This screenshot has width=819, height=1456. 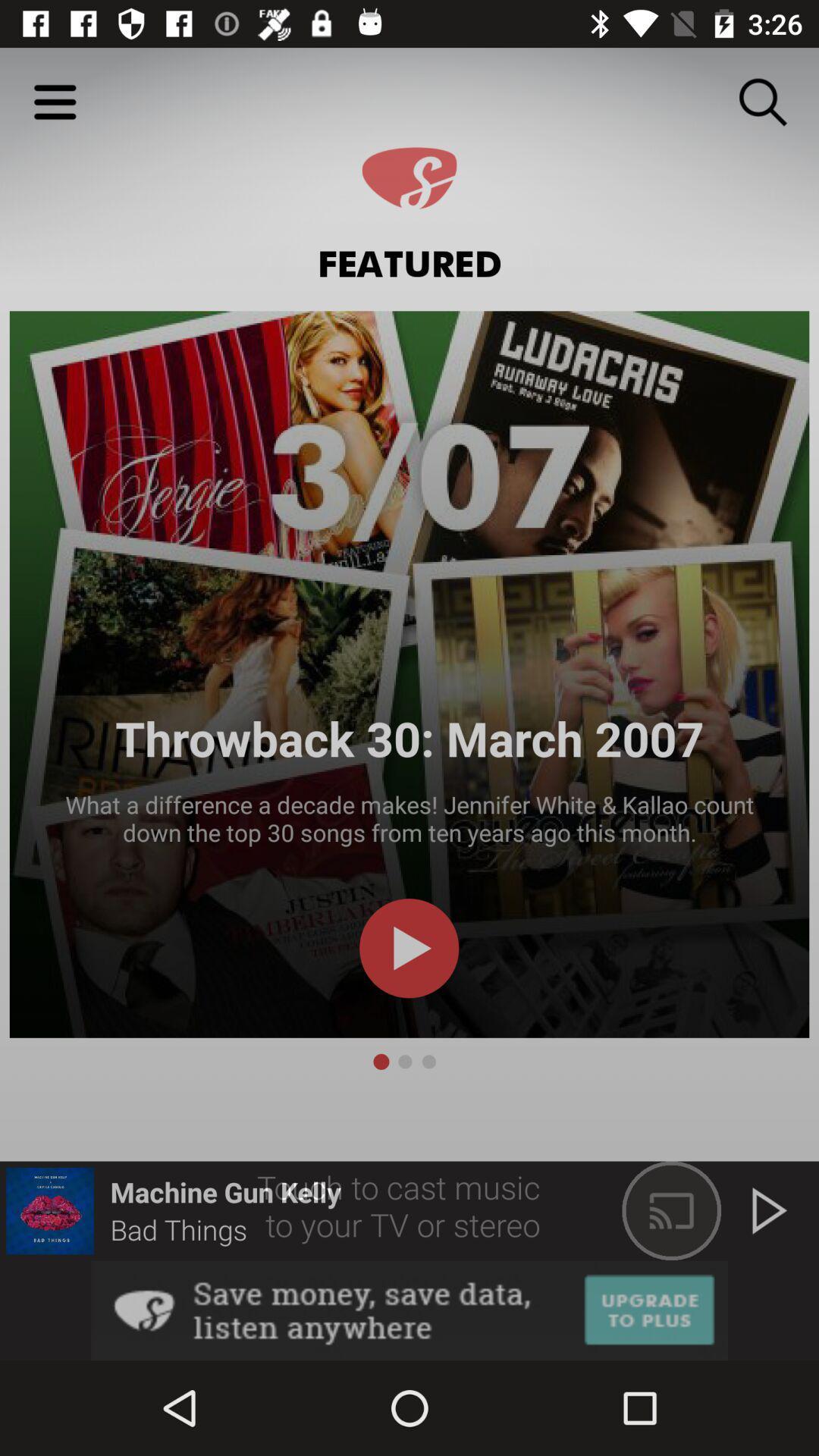 I want to click on see an image, so click(x=409, y=1310).